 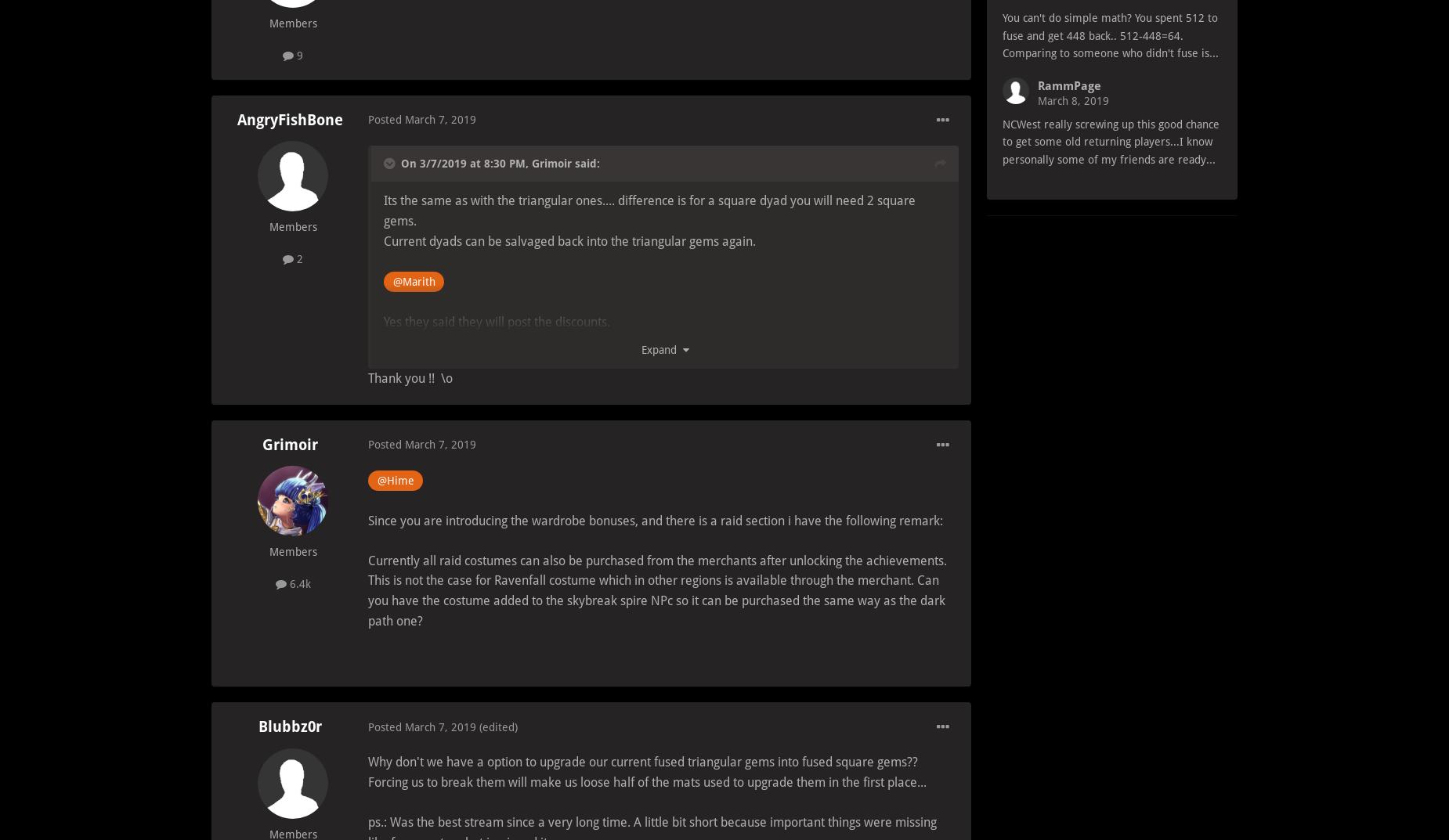 What do you see at coordinates (297, 54) in the screenshot?
I see `'9'` at bounding box center [297, 54].